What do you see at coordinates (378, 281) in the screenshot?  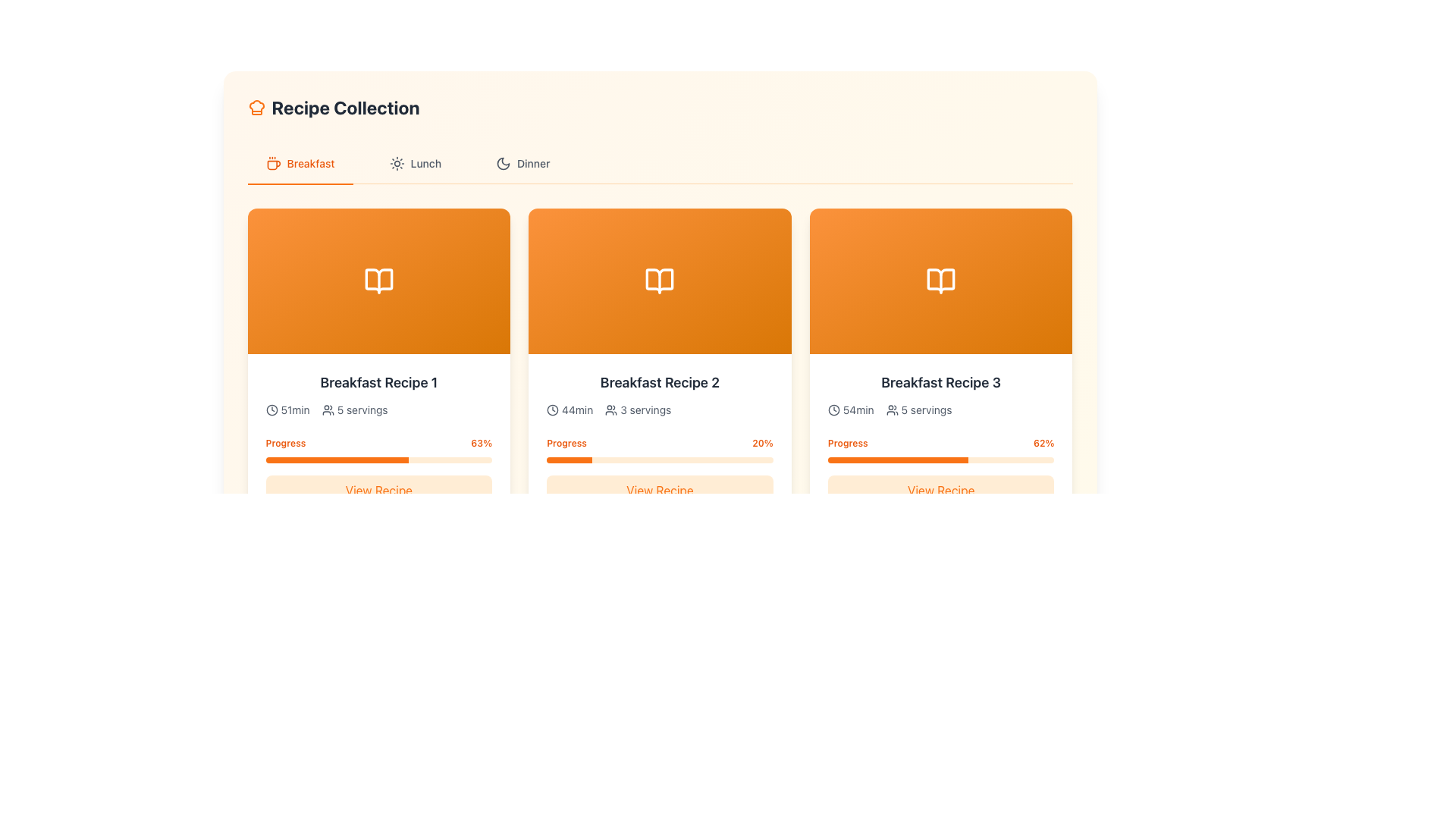 I see `the icon representing the concept of reading or accessing details about 'Breakfast Recipe 1', which is located in the header section of the first recipe card` at bounding box center [378, 281].